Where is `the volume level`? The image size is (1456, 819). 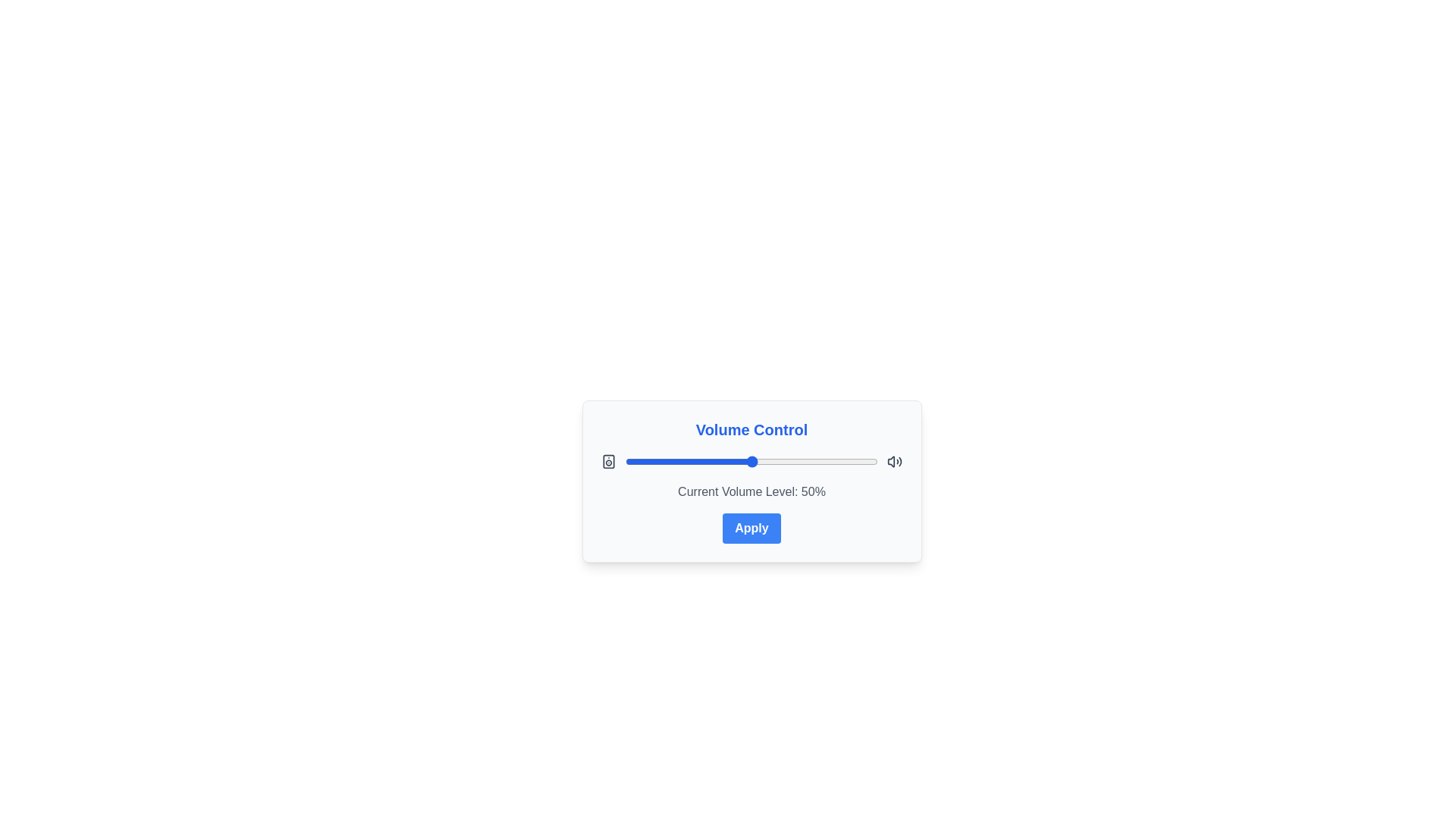
the volume level is located at coordinates (744, 461).